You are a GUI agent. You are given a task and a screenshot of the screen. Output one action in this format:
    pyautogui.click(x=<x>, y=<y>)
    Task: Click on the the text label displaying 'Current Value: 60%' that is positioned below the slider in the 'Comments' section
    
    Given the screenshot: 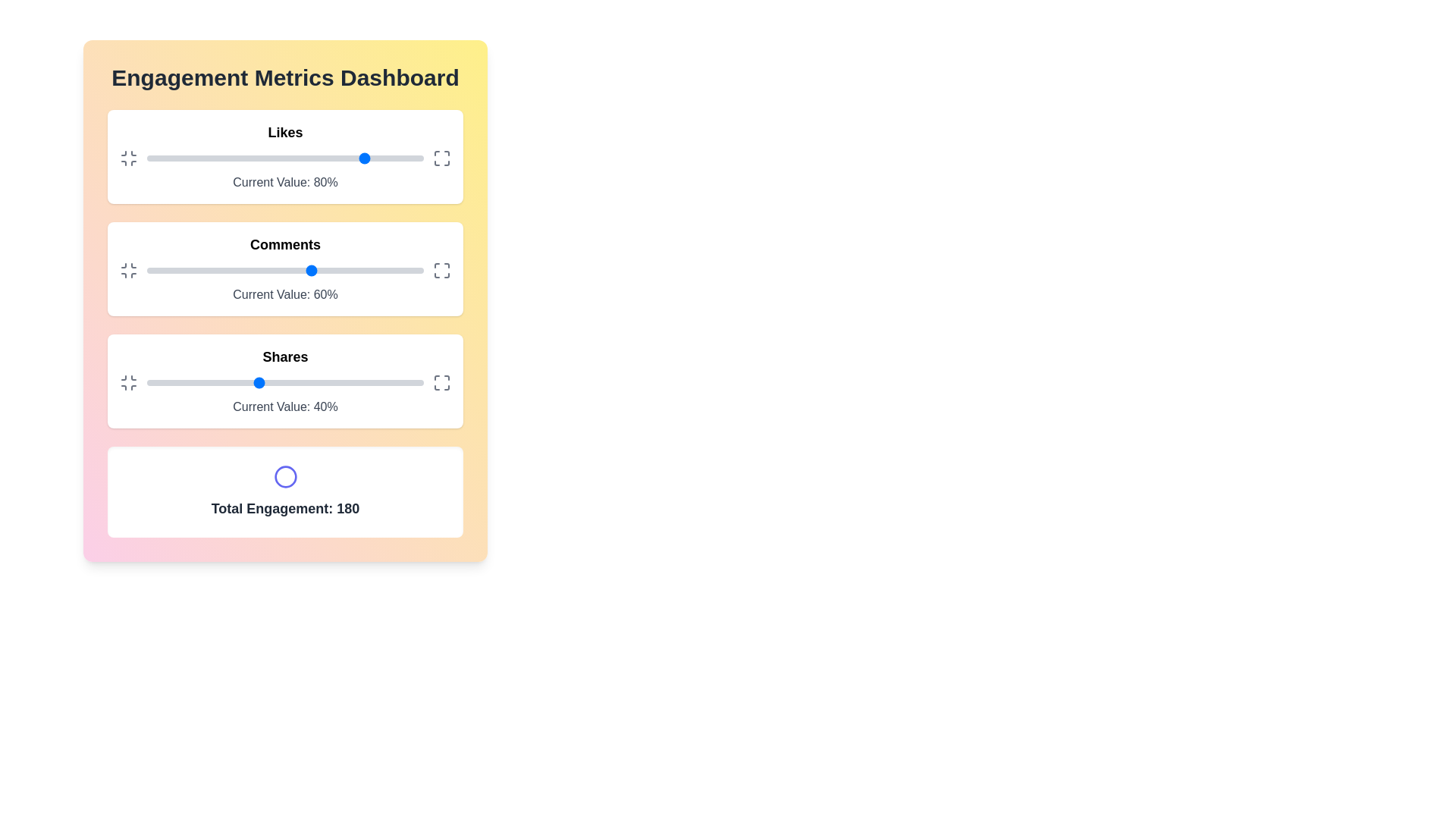 What is the action you would take?
    pyautogui.click(x=285, y=295)
    